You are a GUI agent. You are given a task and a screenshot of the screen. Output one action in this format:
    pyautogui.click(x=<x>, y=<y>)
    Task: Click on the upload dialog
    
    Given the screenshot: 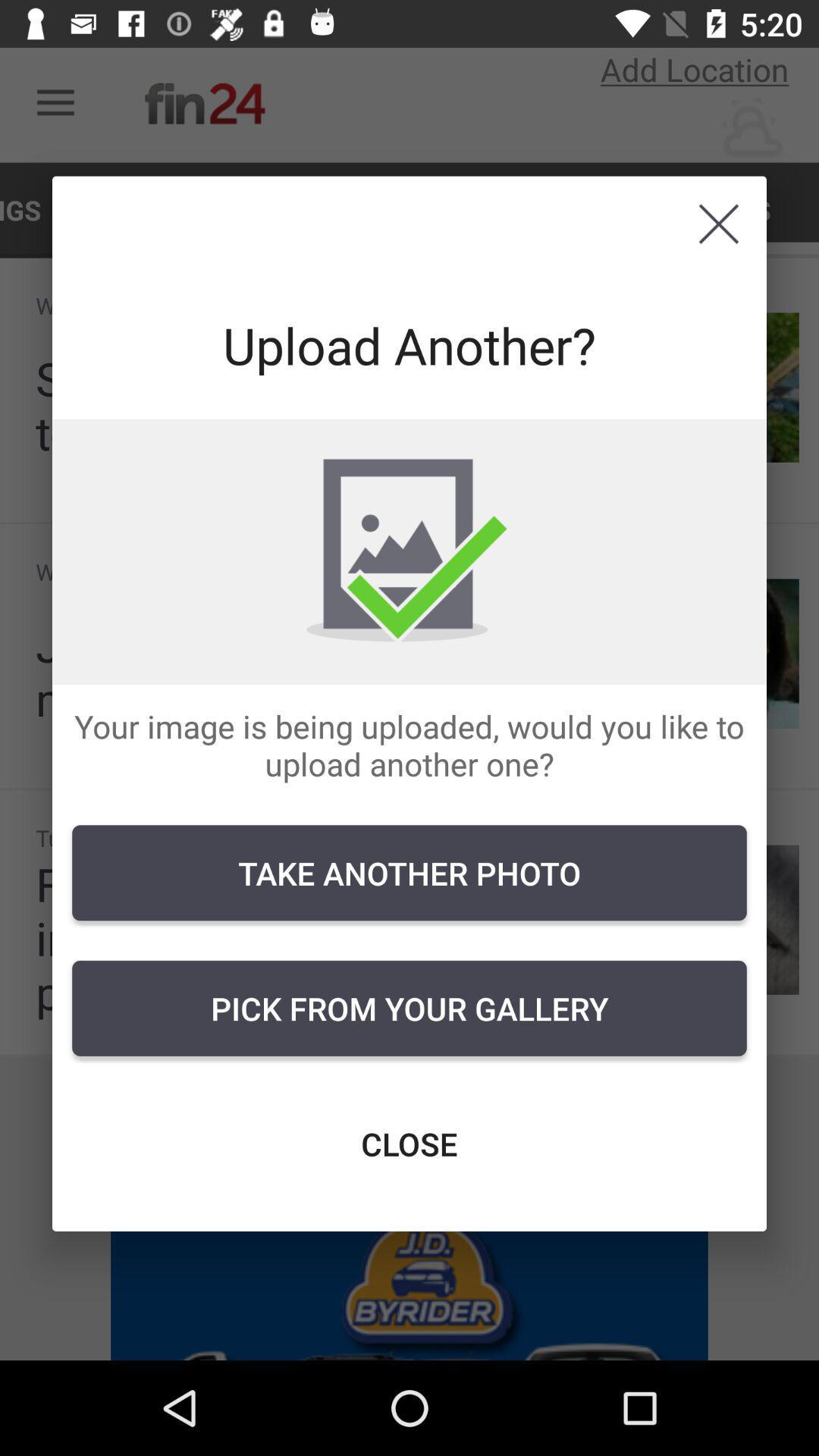 What is the action you would take?
    pyautogui.click(x=718, y=223)
    